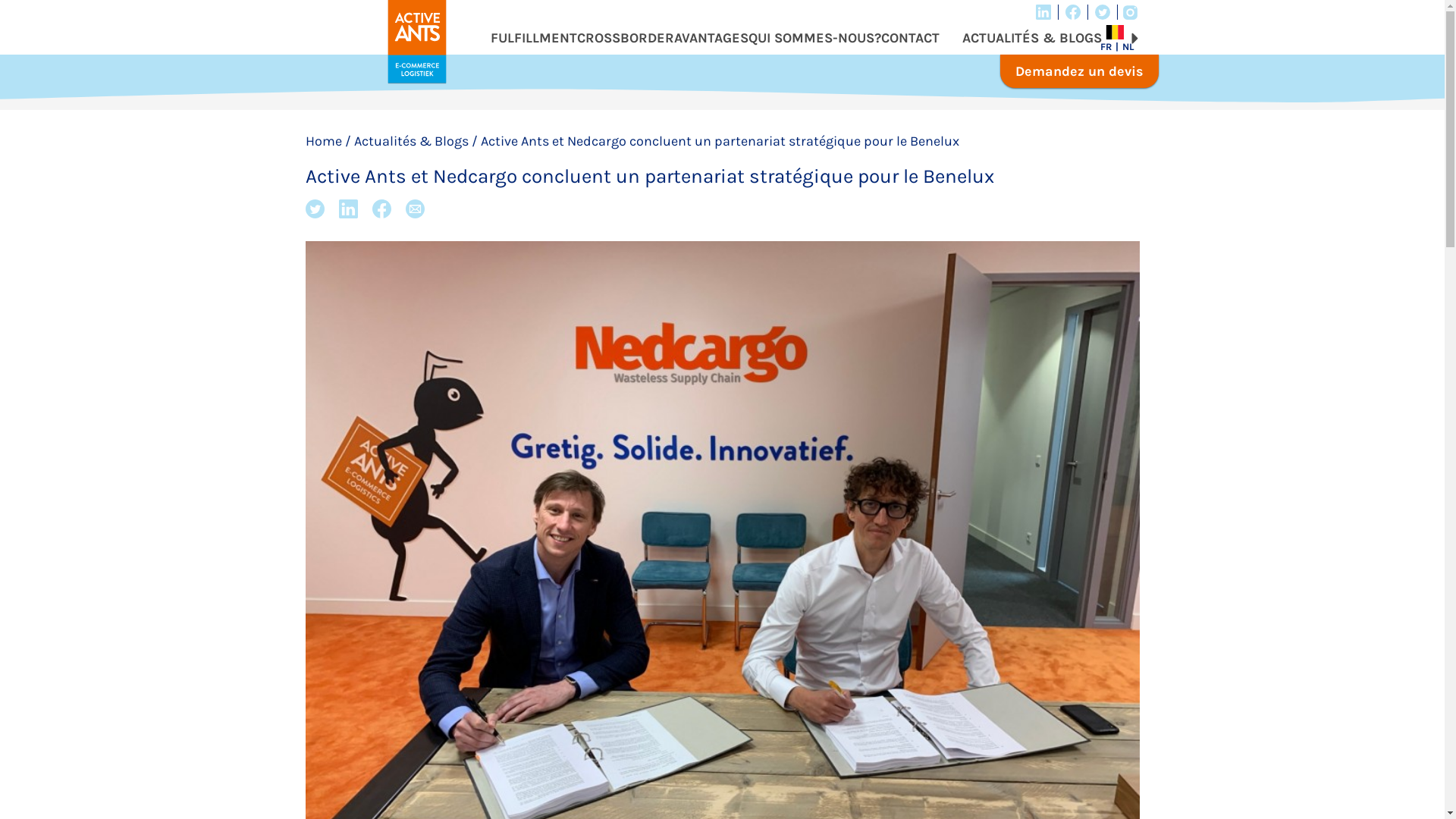  Describe the element at coordinates (1110, 46) in the screenshot. I see `'FR'` at that location.